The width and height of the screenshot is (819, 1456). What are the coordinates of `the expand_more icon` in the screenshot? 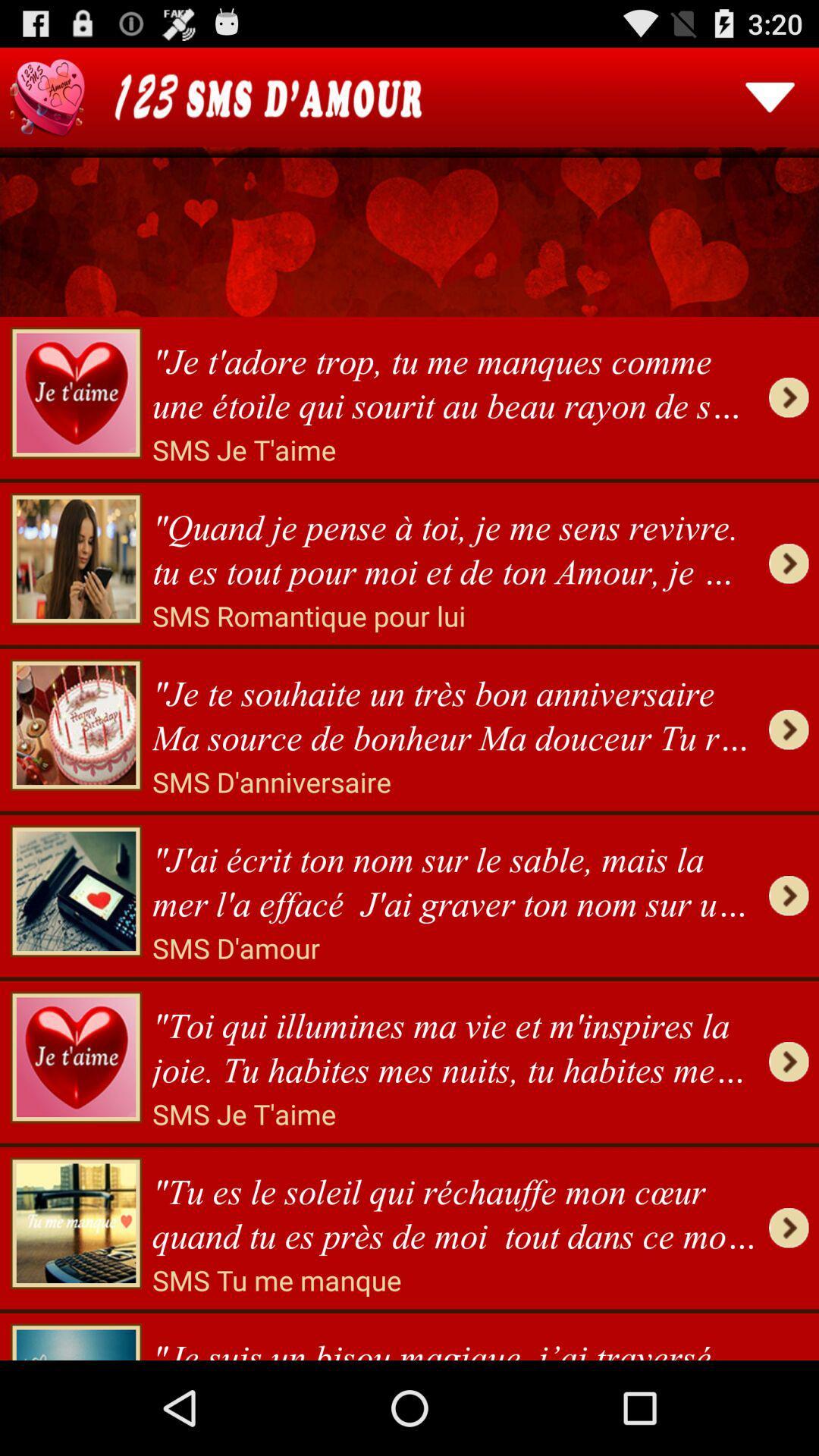 It's located at (770, 103).